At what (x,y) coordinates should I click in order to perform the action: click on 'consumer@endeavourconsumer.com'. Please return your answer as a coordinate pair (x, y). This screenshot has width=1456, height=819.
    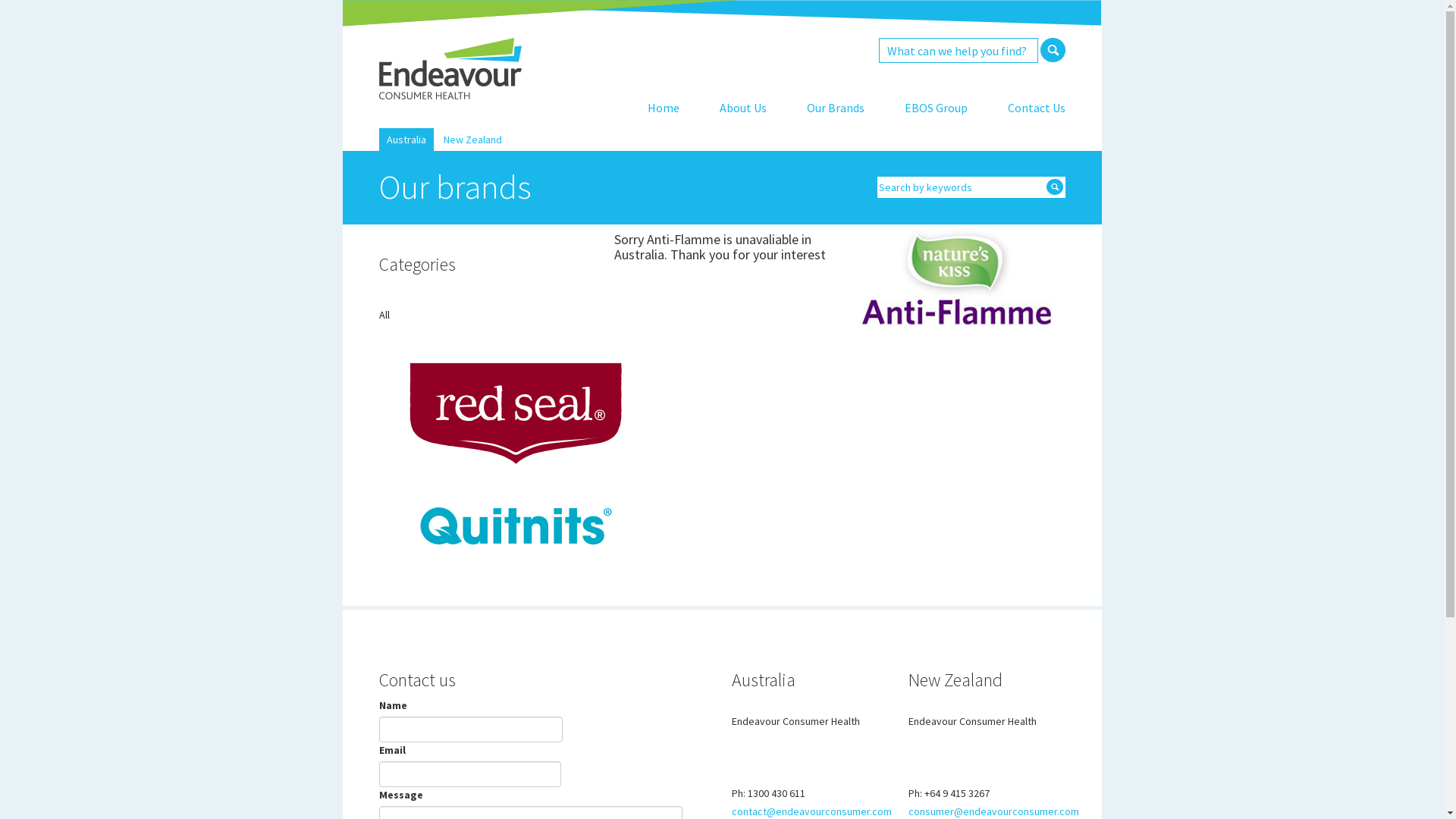
    Looking at the image, I should click on (908, 810).